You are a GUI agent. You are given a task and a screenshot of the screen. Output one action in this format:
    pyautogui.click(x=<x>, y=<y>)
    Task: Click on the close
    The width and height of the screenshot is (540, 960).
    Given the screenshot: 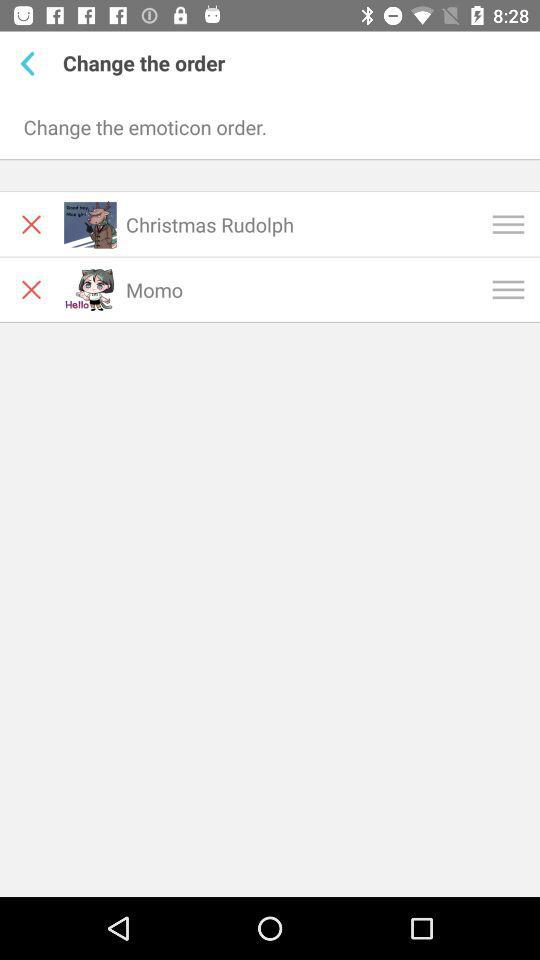 What is the action you would take?
    pyautogui.click(x=30, y=224)
    